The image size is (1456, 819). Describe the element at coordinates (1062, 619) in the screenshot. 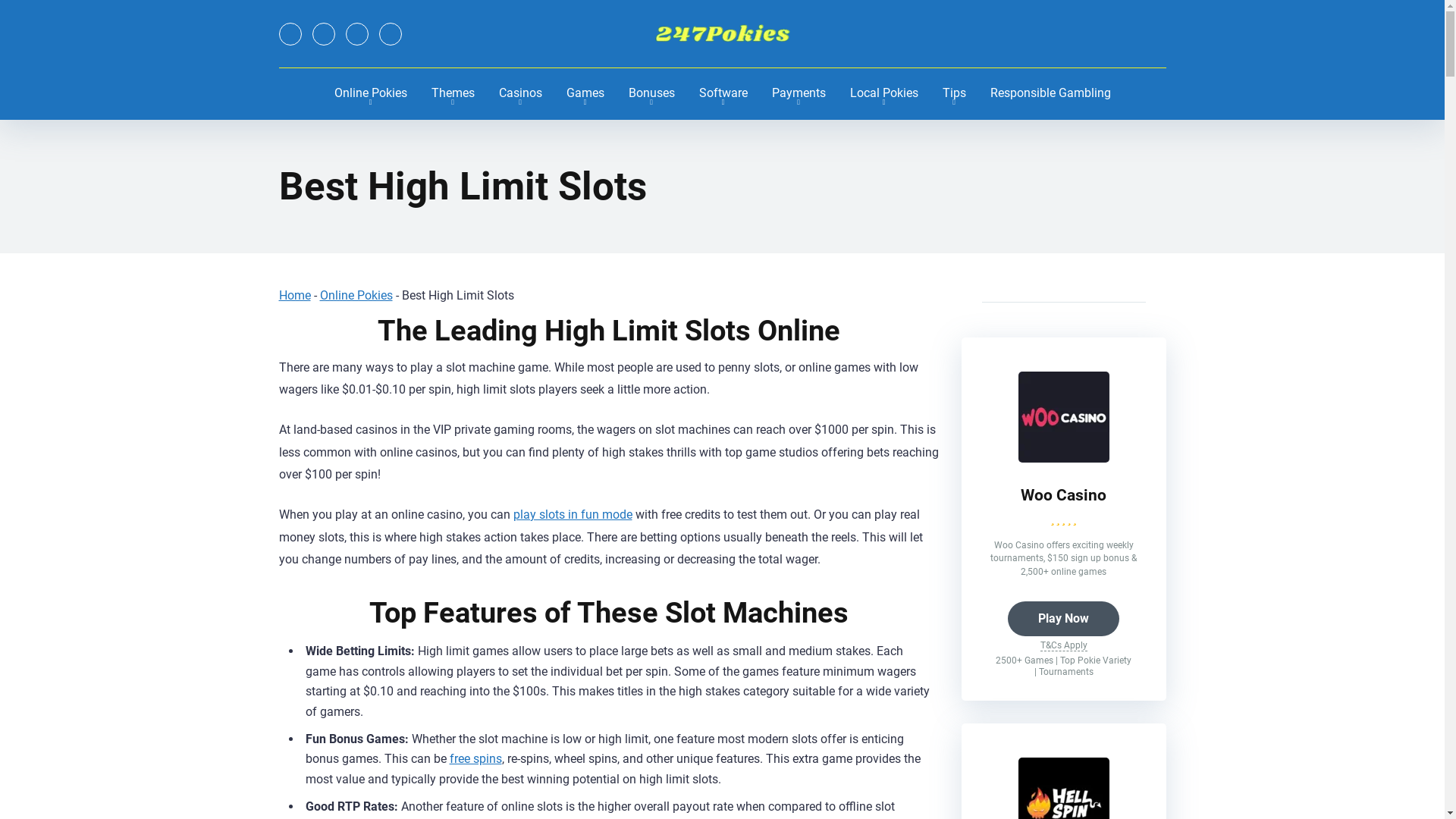

I see `'Play Now'` at that location.